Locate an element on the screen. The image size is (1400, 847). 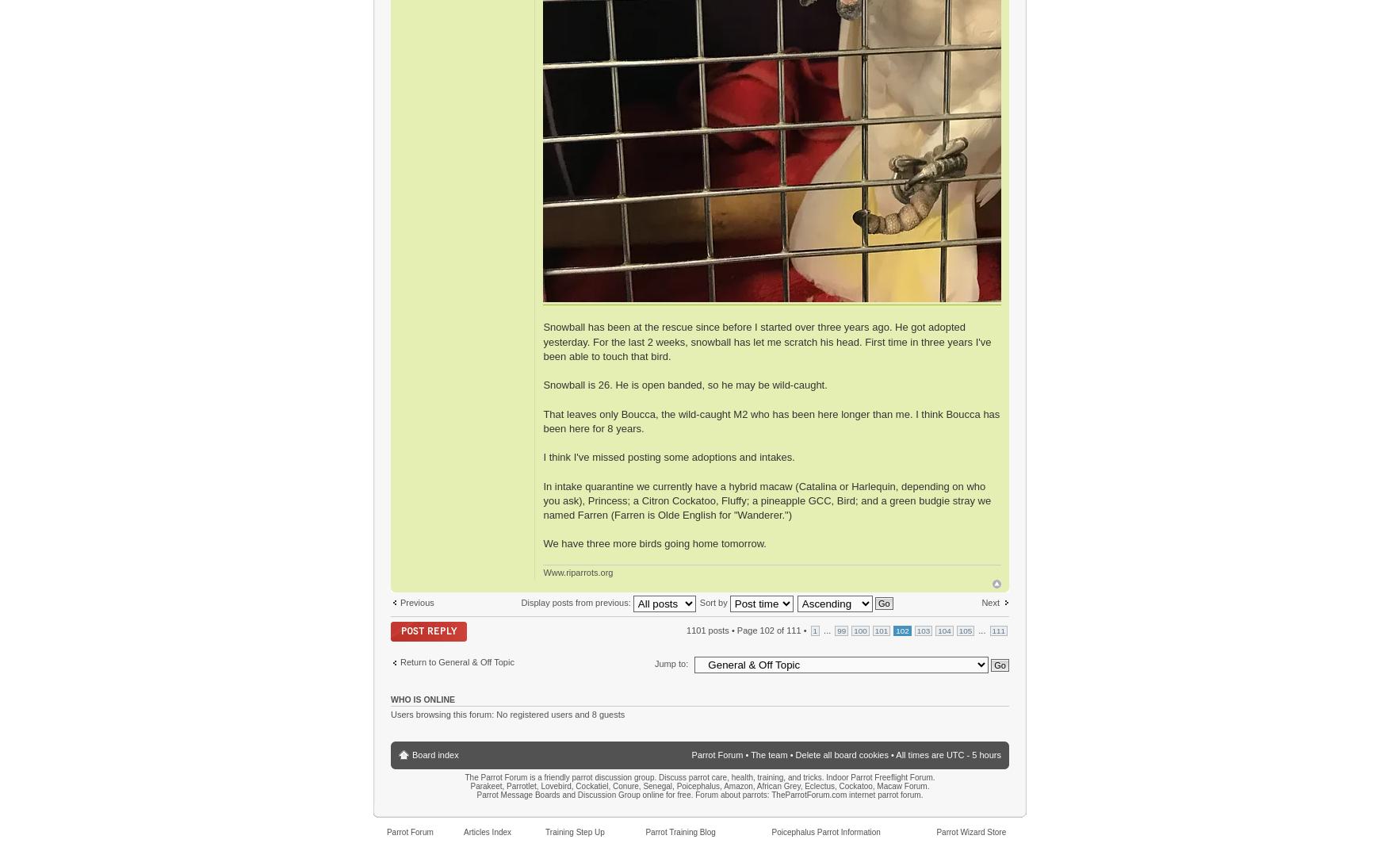
'Snowball is 26. He is open banded, so he may be wild-caught.' is located at coordinates (684, 385).